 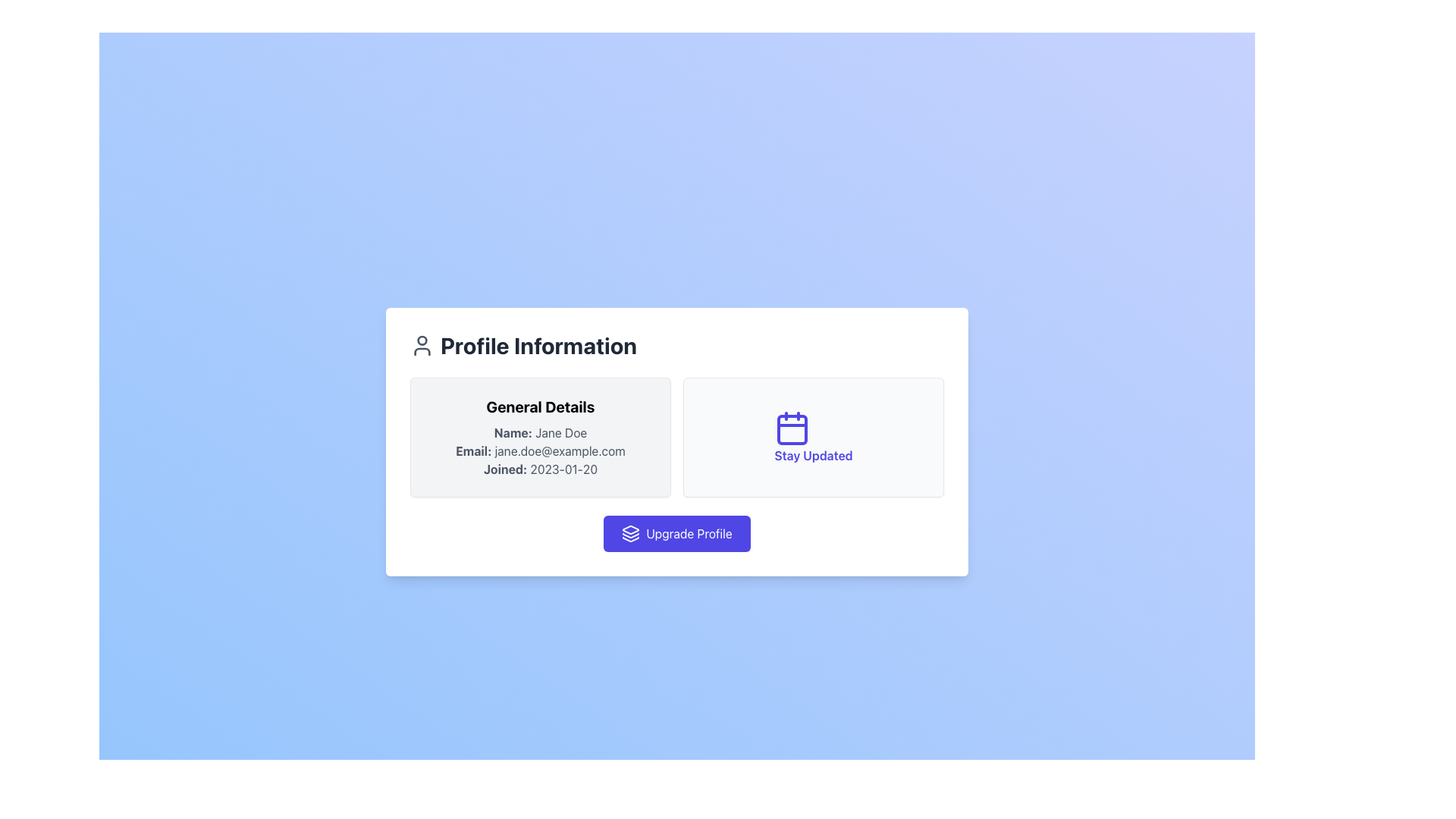 I want to click on static text element that displays 'Email: jane.doe@example.com', located in the 'General Details' section, positioned between 'Name: Jane Doe' and 'Joined: 2023-01-20', so click(x=541, y=450).